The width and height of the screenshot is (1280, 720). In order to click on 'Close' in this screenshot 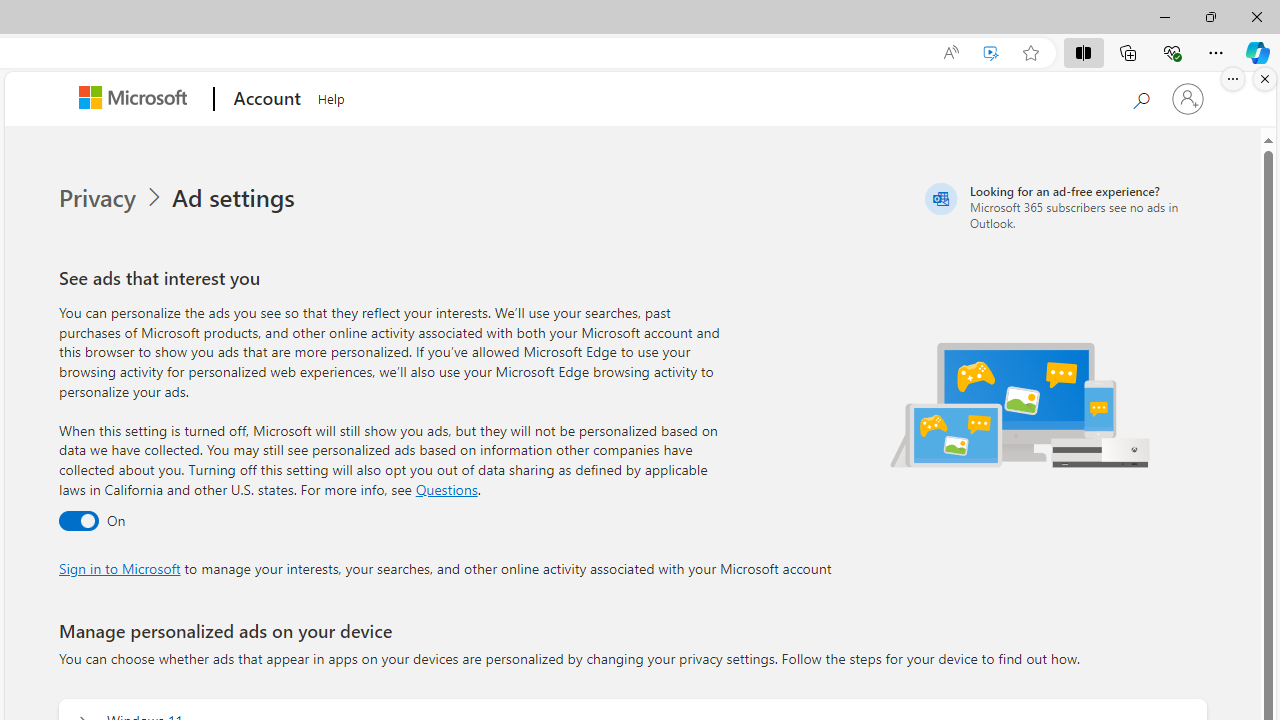, I will do `click(1255, 16)`.